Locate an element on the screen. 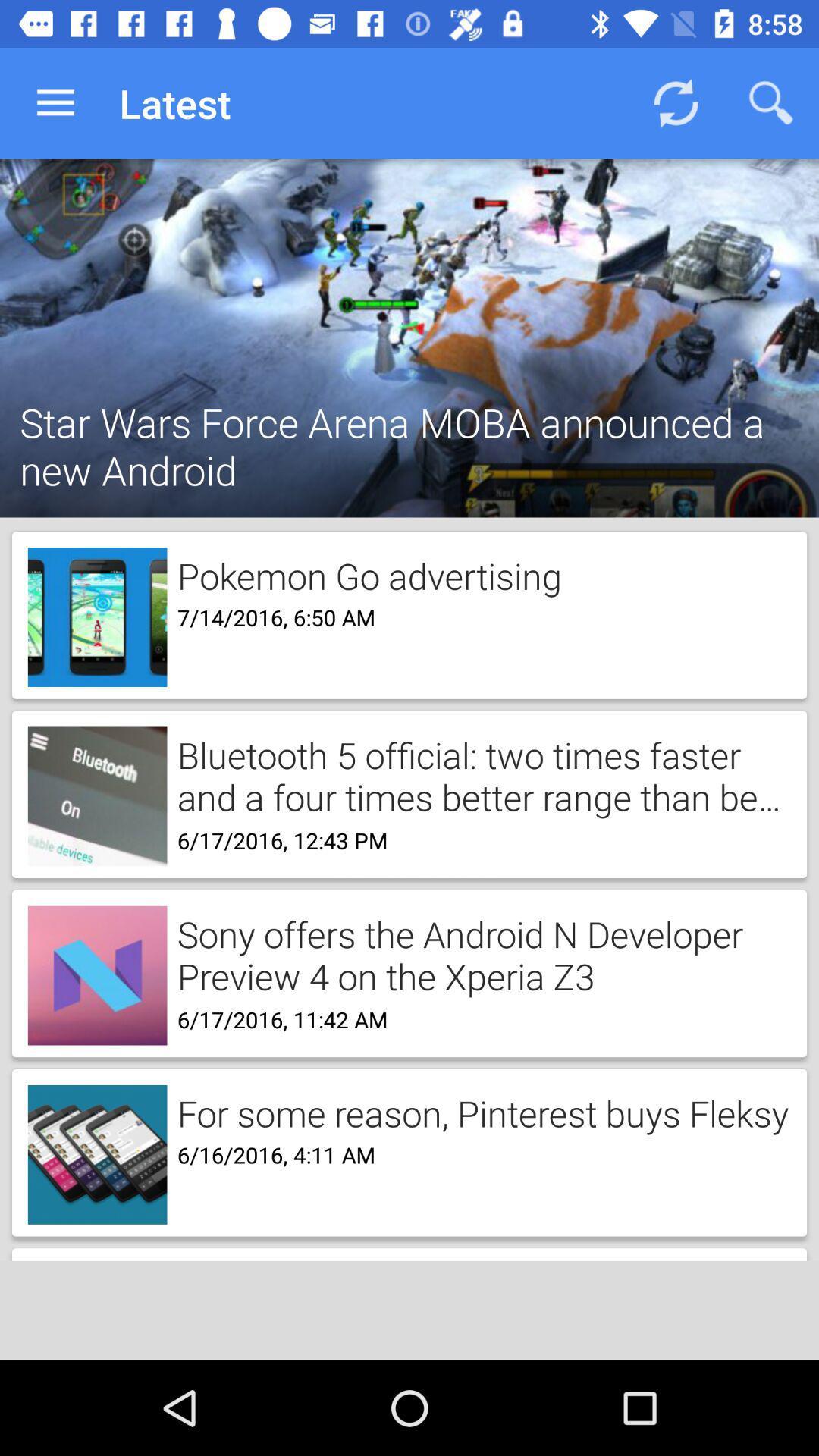 This screenshot has width=819, height=1456. the icon to the left of the latest item is located at coordinates (55, 102).